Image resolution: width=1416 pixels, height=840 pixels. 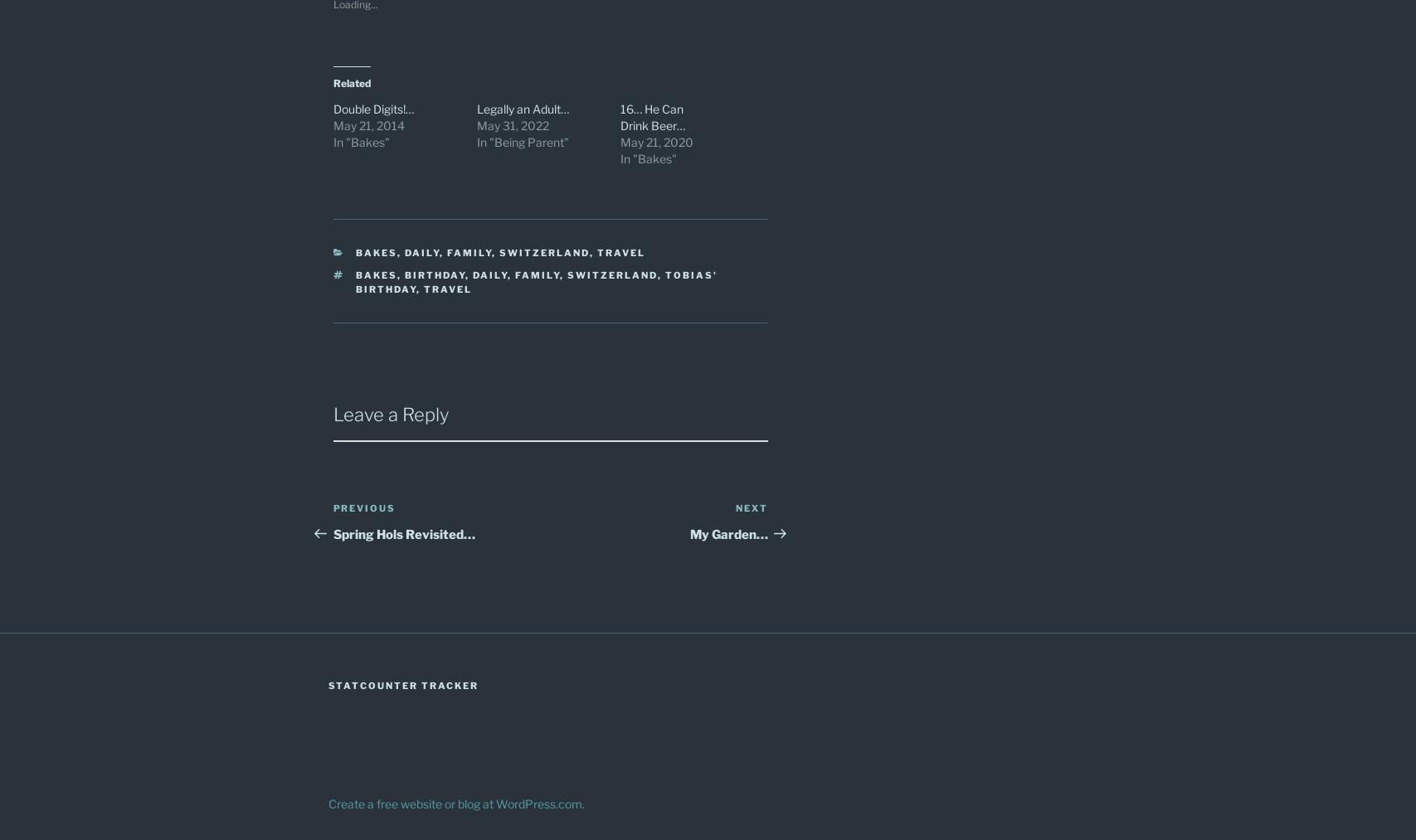 What do you see at coordinates (515, 274) in the screenshot?
I see `'family'` at bounding box center [515, 274].